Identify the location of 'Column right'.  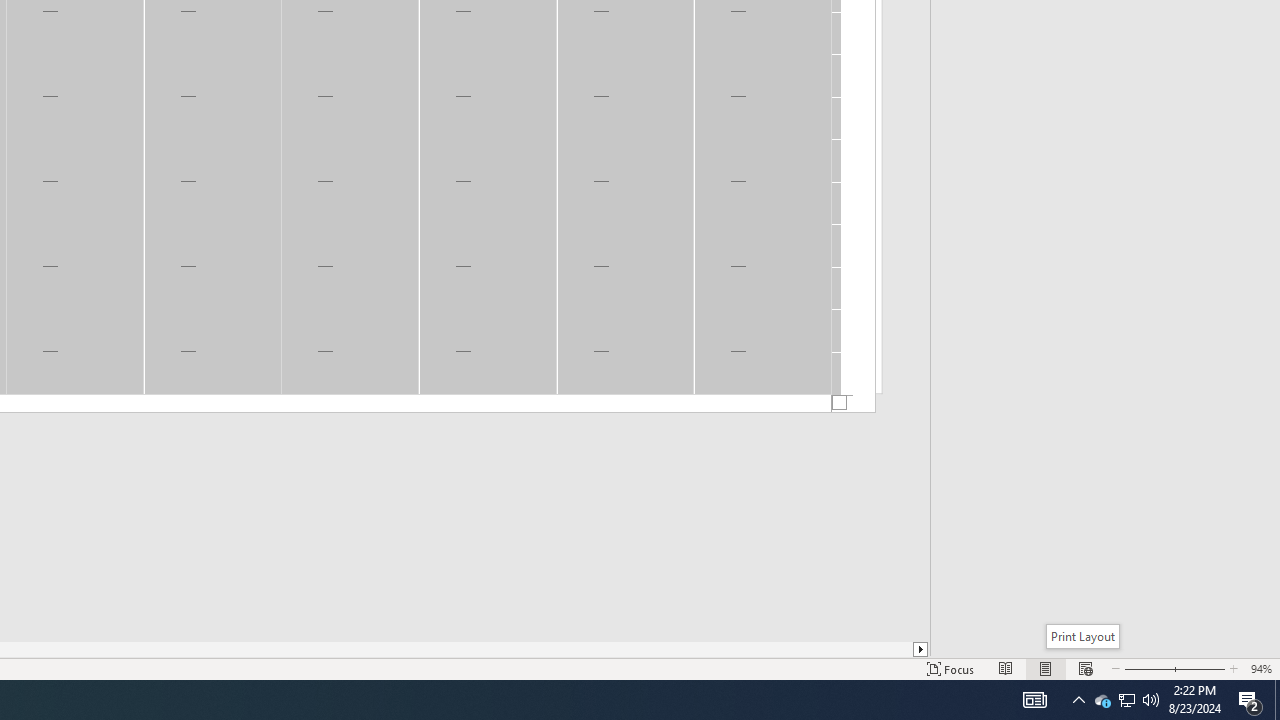
(920, 649).